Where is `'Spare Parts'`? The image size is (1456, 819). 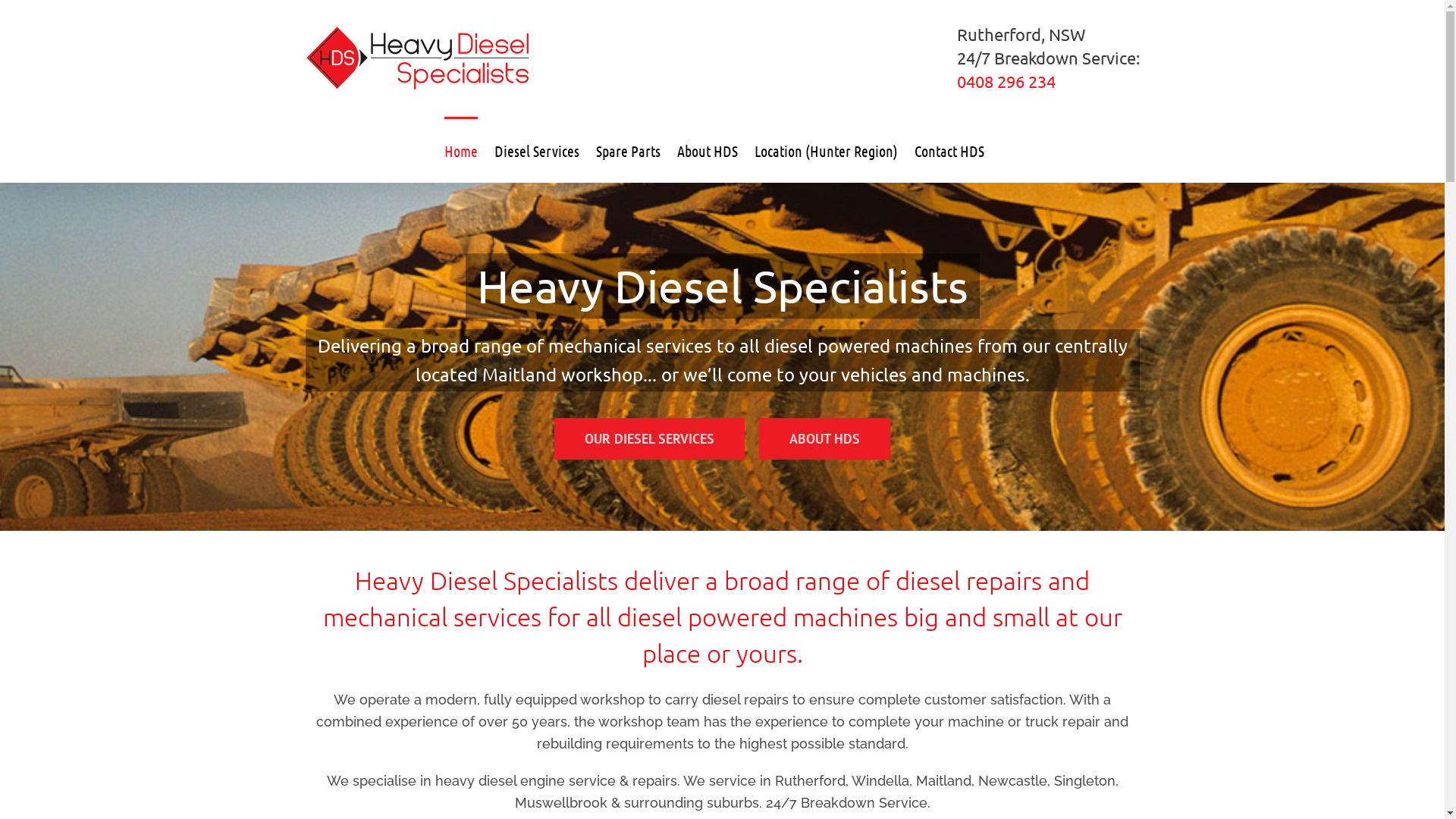 'Spare Parts' is located at coordinates (595, 149).